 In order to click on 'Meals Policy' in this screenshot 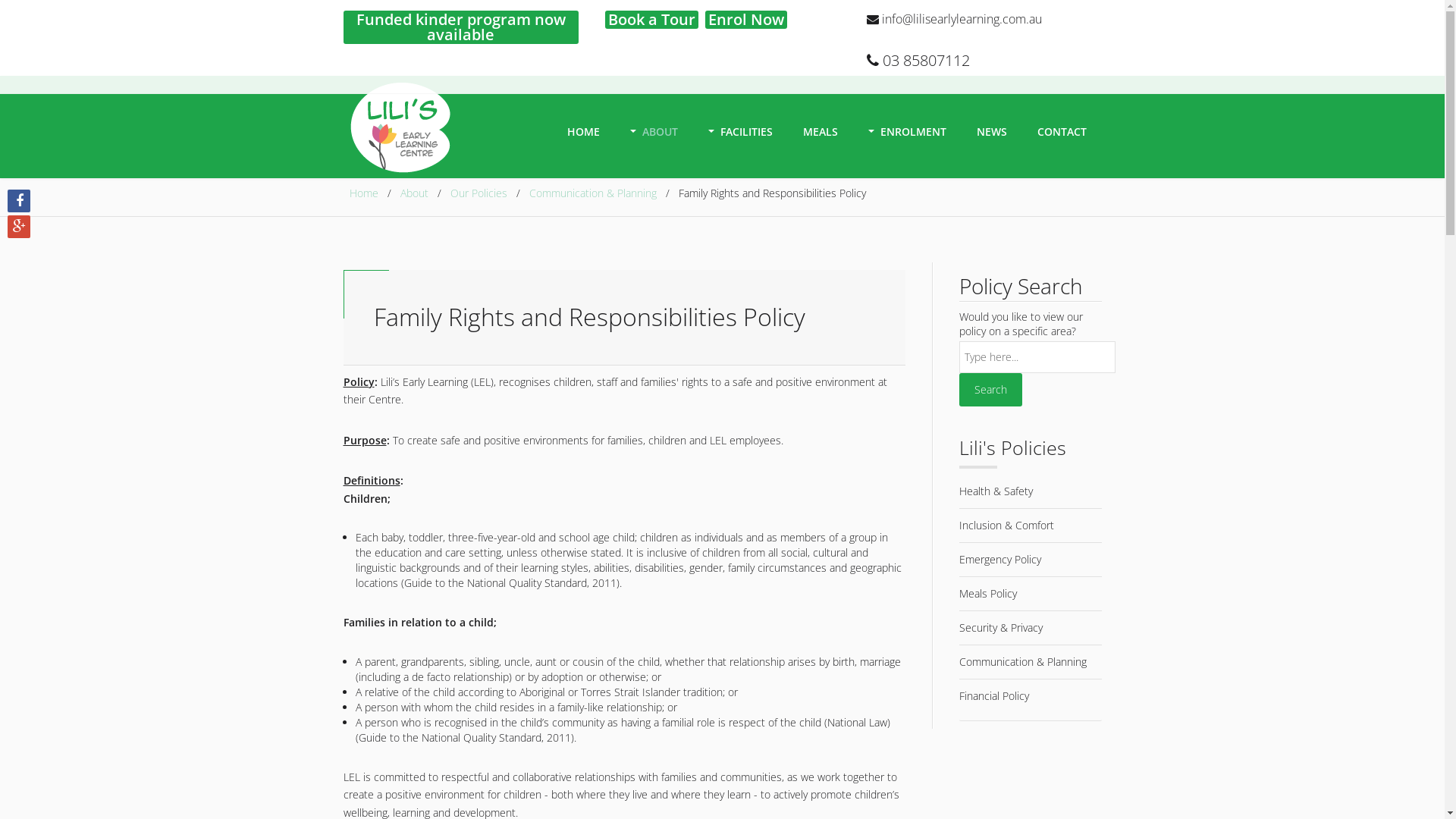, I will do `click(959, 592)`.